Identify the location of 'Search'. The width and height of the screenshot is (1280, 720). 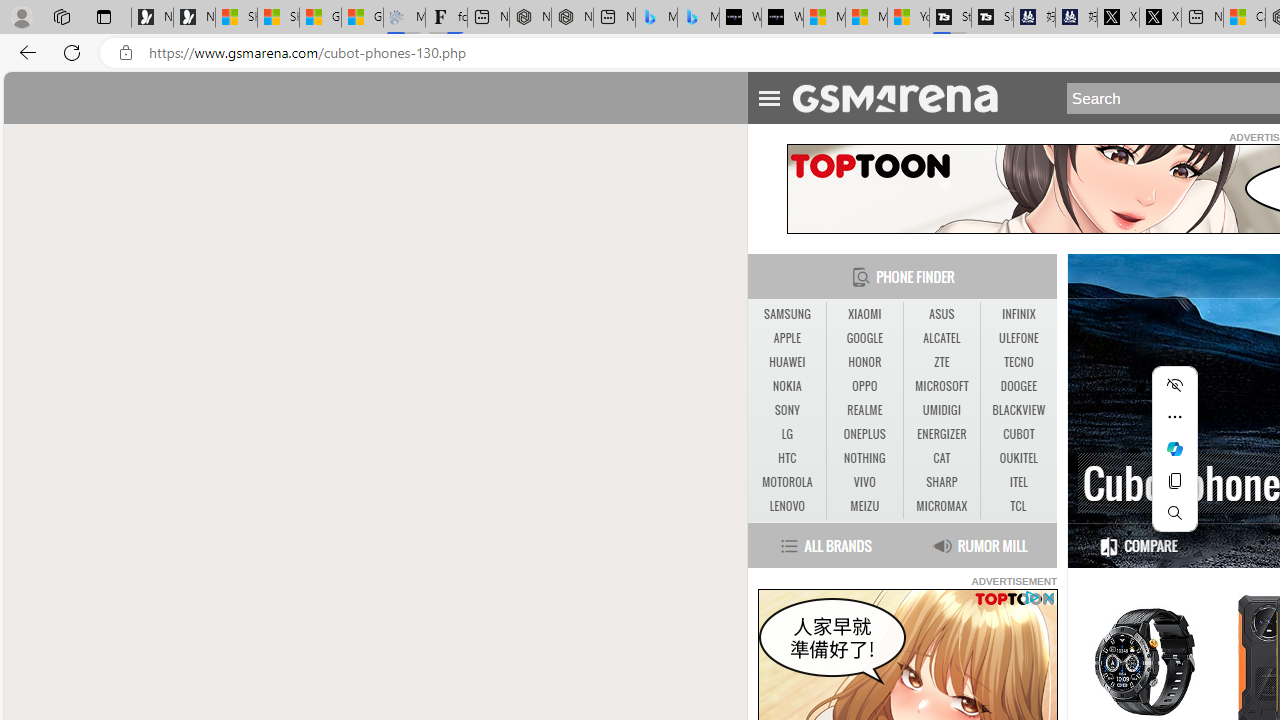
(1175, 512).